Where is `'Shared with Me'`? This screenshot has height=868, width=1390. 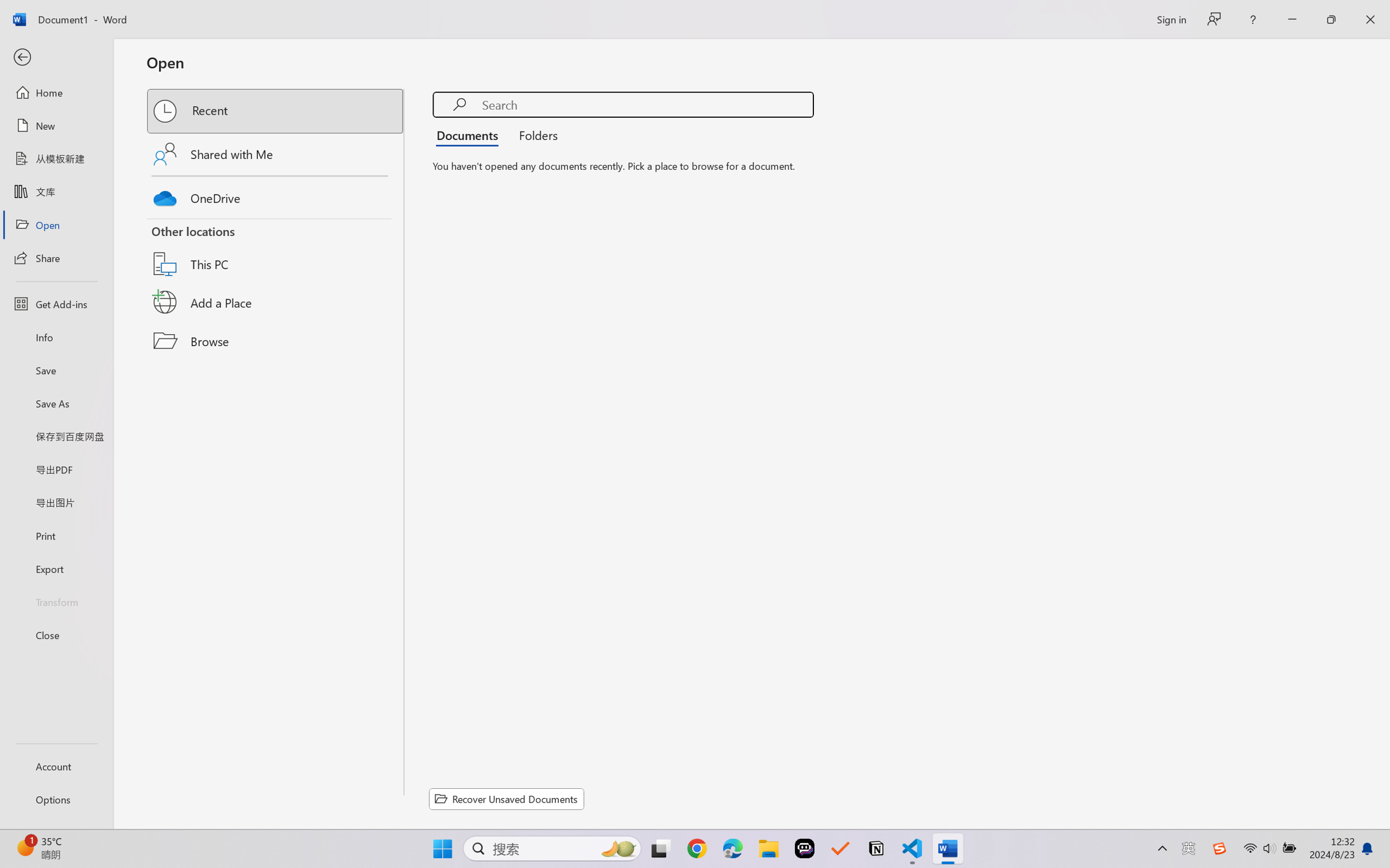 'Shared with Me' is located at coordinates (276, 153).